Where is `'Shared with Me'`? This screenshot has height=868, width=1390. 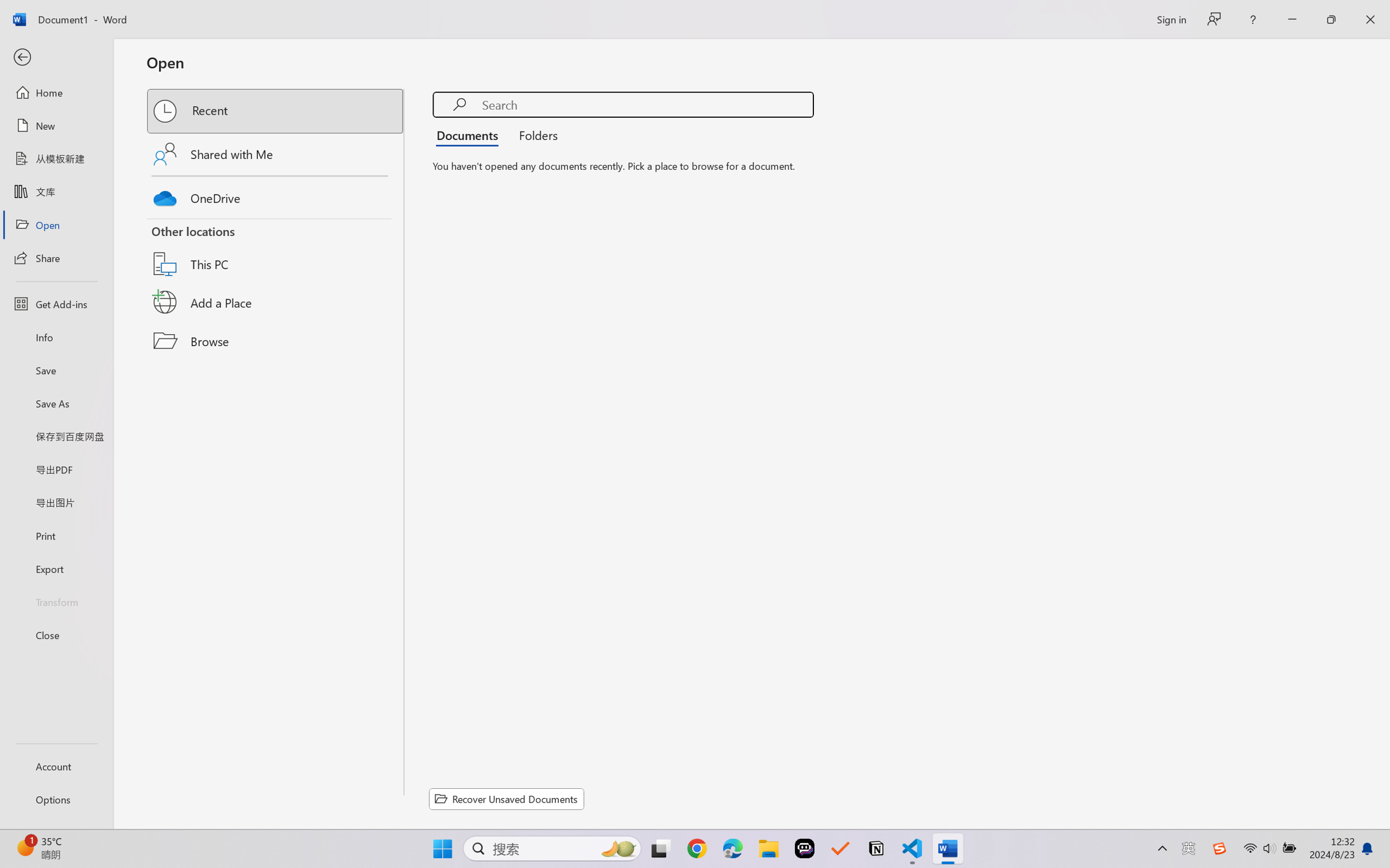 'Shared with Me' is located at coordinates (276, 153).